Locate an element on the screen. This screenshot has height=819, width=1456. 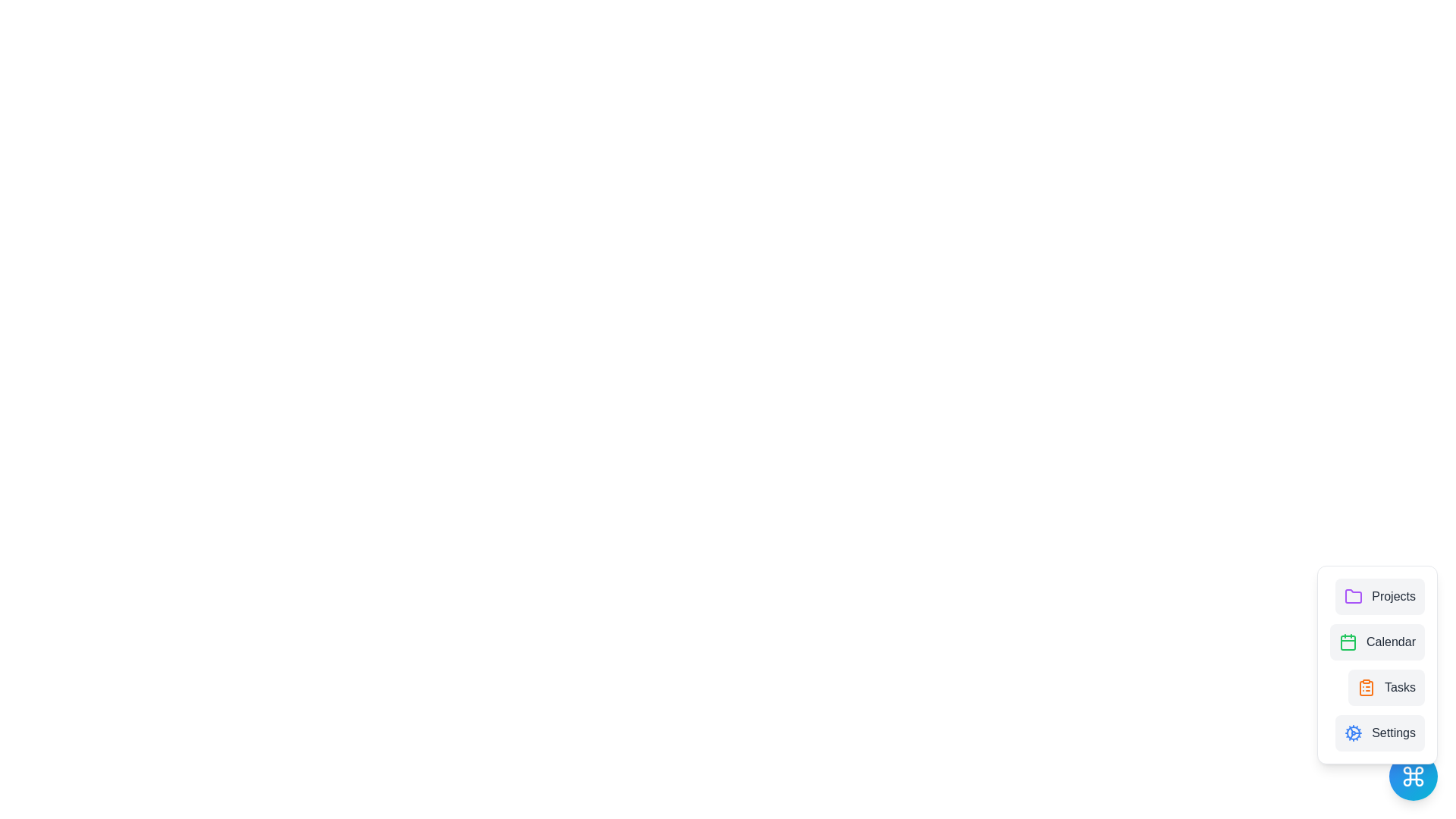
the Projects option in the menu is located at coordinates (1379, 595).